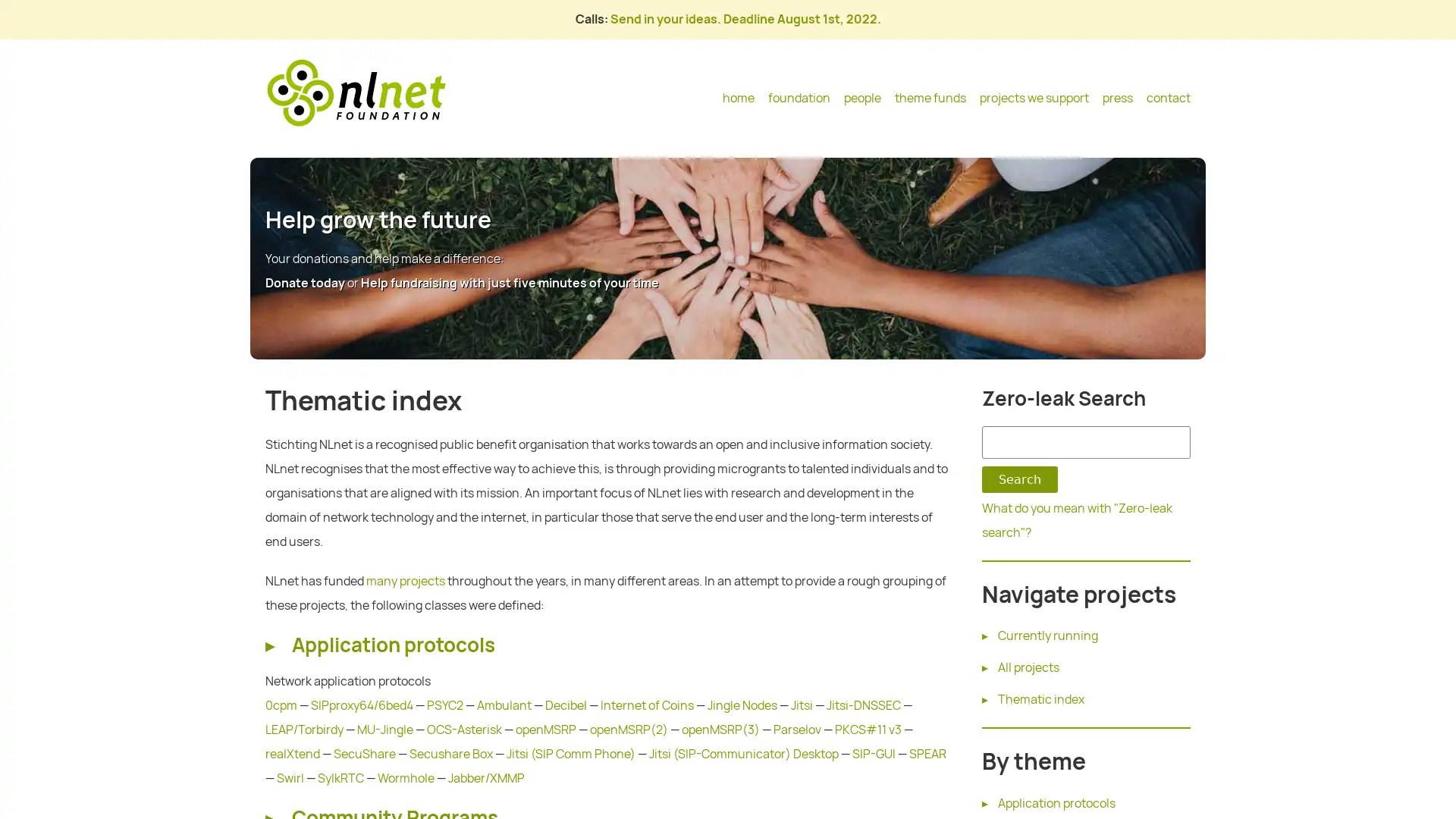 The width and height of the screenshot is (1456, 819). Describe the element at coordinates (1019, 479) in the screenshot. I see `Search` at that location.